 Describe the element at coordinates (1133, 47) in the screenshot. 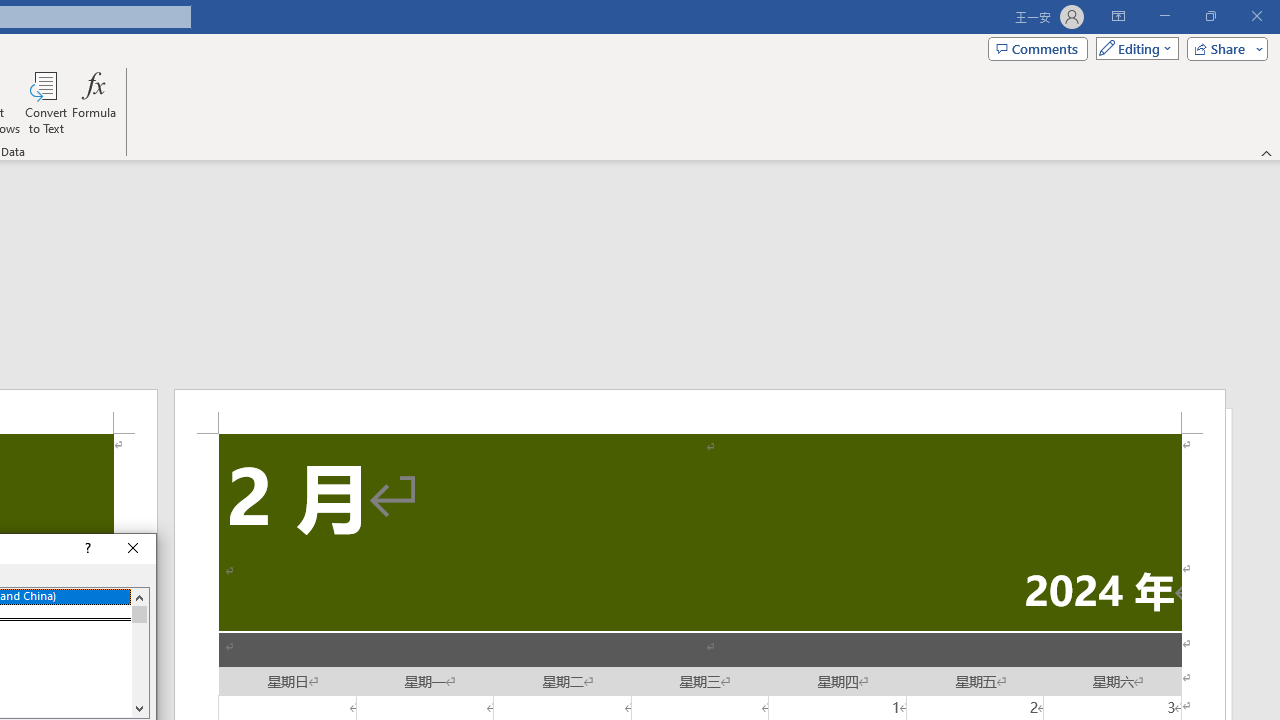

I see `'Mode'` at that location.